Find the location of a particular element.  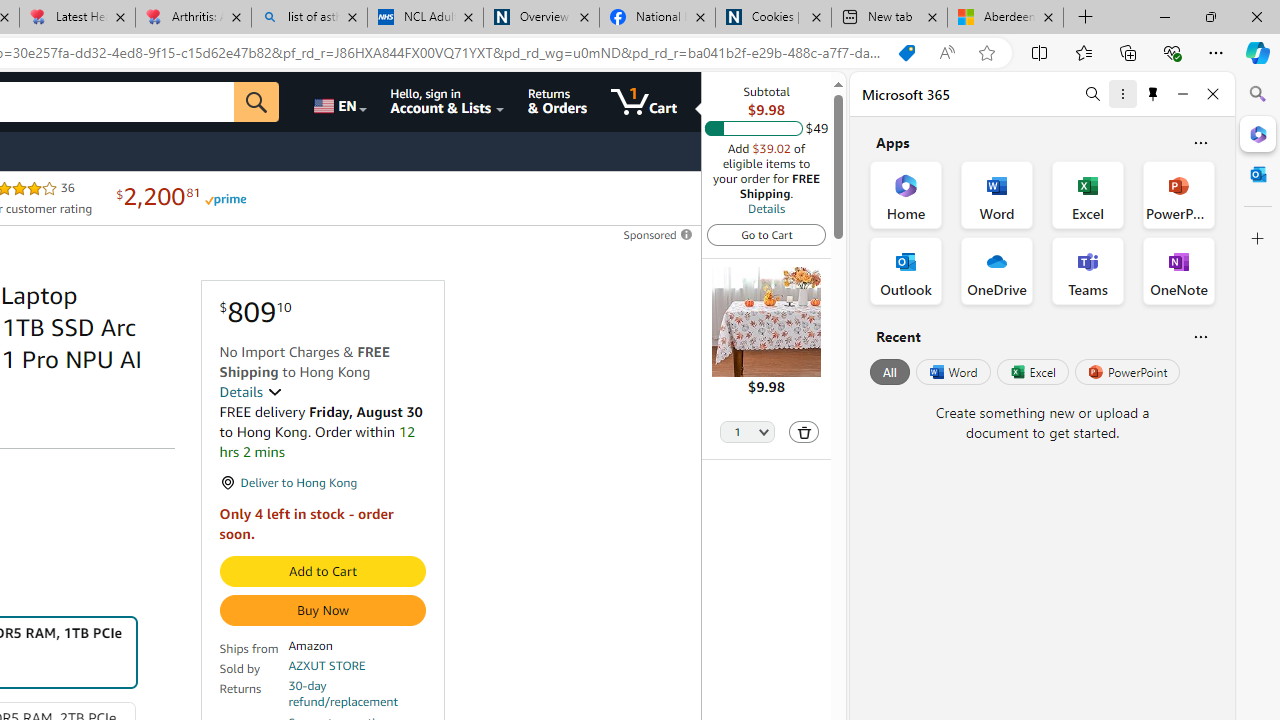

'Returns & Orders' is located at coordinates (557, 101).